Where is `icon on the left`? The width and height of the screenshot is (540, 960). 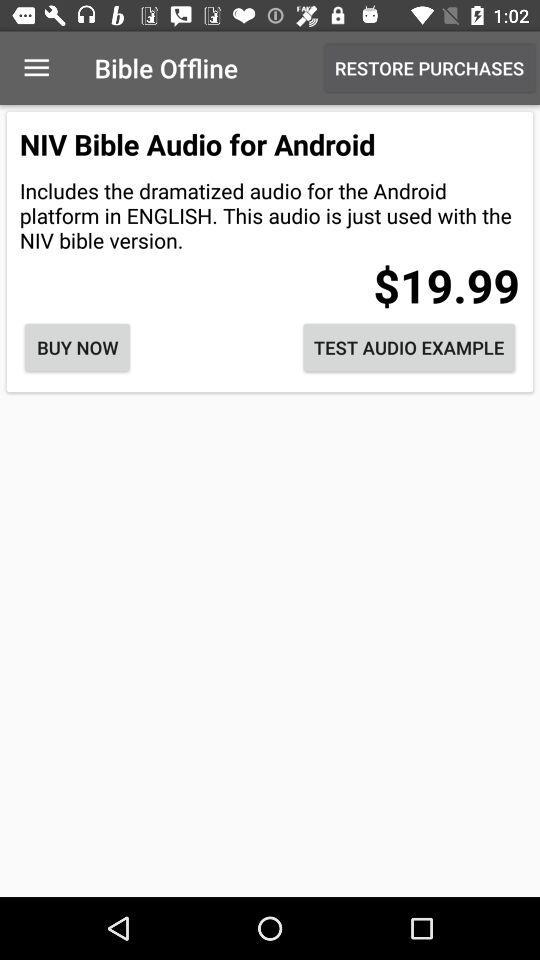 icon on the left is located at coordinates (76, 347).